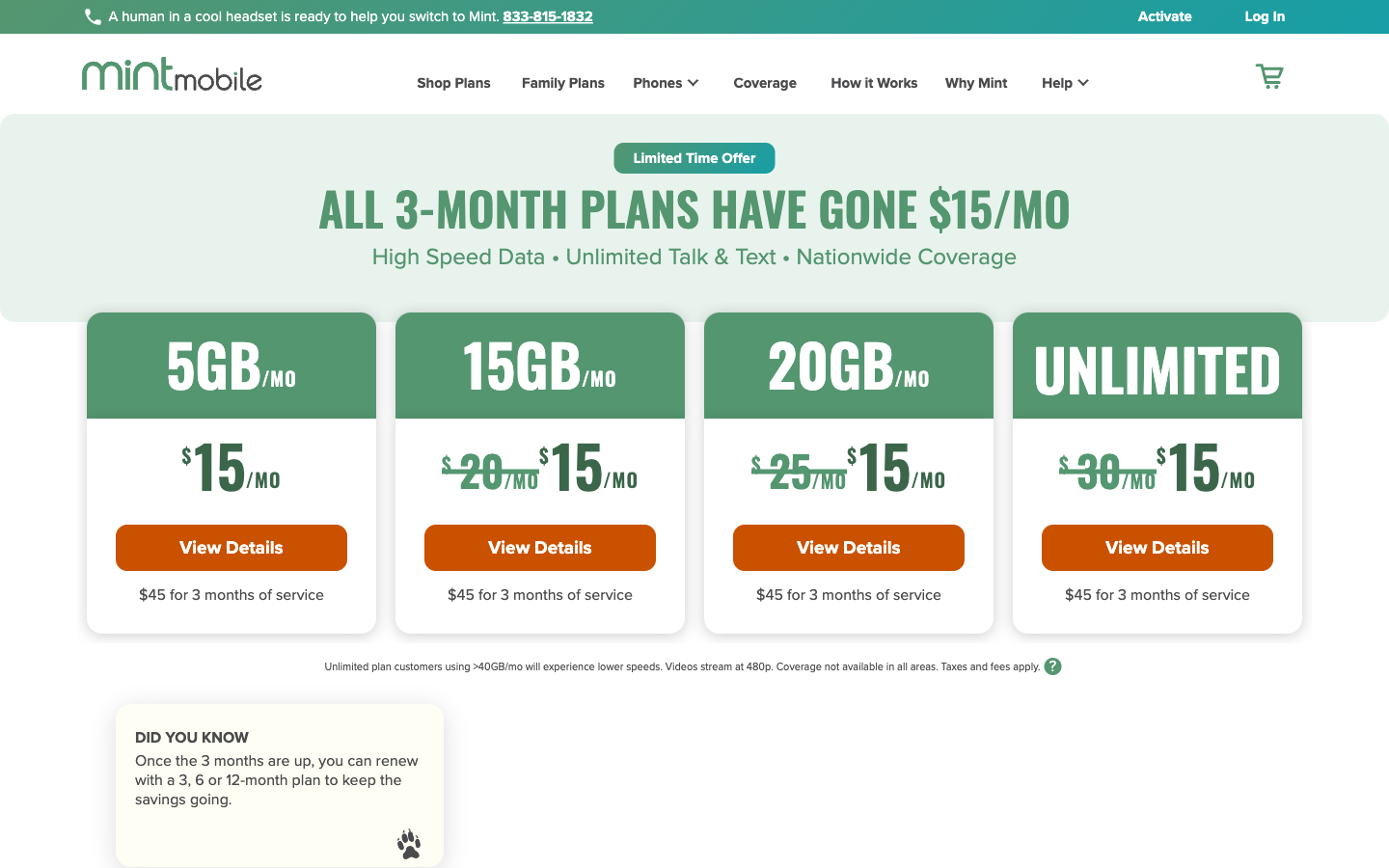 This screenshot has height=868, width=1389. What do you see at coordinates (1253, 15) in the screenshot?
I see `sign-in screen` at bounding box center [1253, 15].